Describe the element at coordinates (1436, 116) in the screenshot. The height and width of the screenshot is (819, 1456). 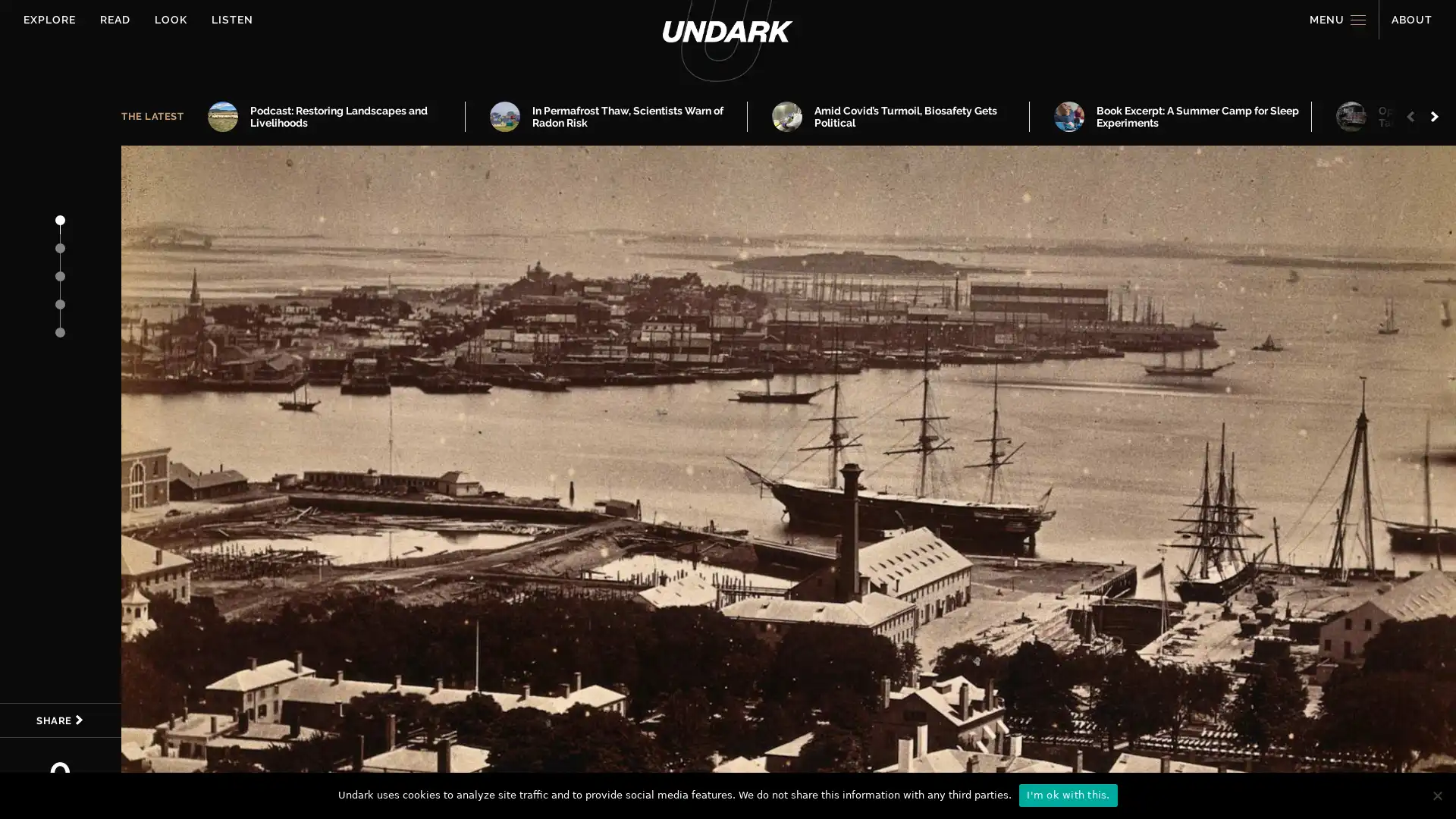
I see `Next` at that location.